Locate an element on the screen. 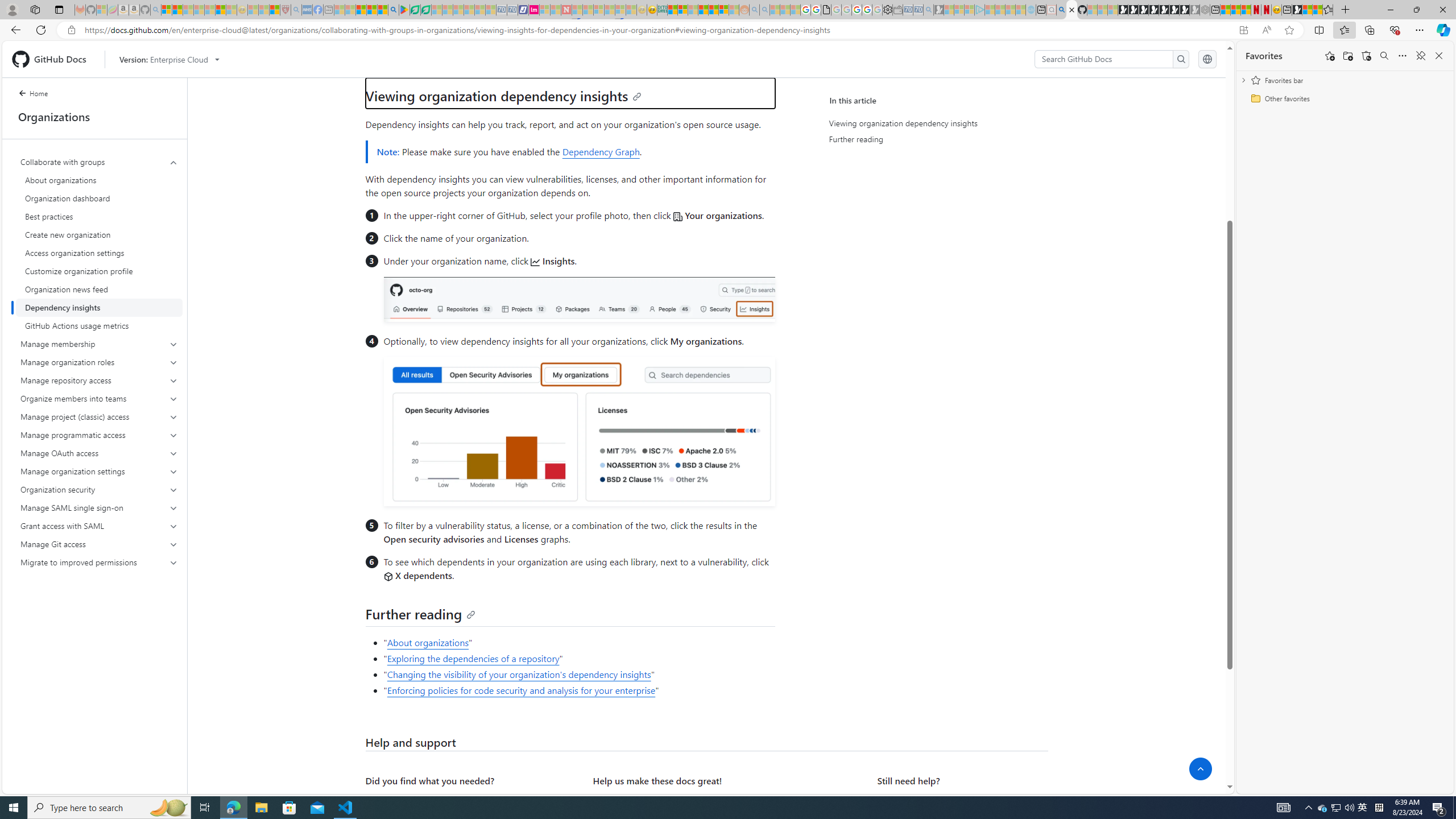 Image resolution: width=1456 pixels, height=819 pixels. 'Best practices' is located at coordinates (99, 216).